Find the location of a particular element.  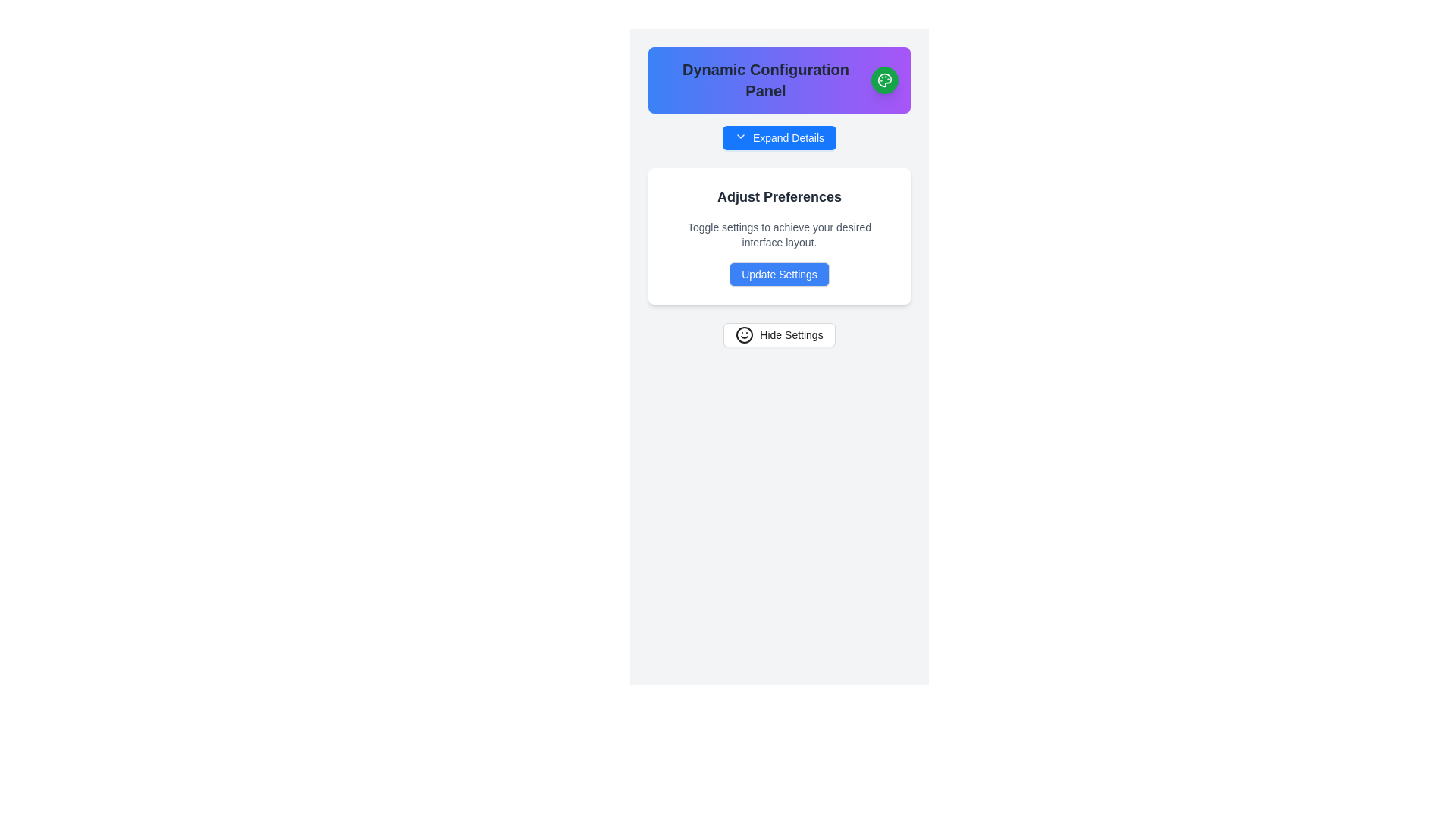

the button that hides the settings panel is located at coordinates (779, 334).